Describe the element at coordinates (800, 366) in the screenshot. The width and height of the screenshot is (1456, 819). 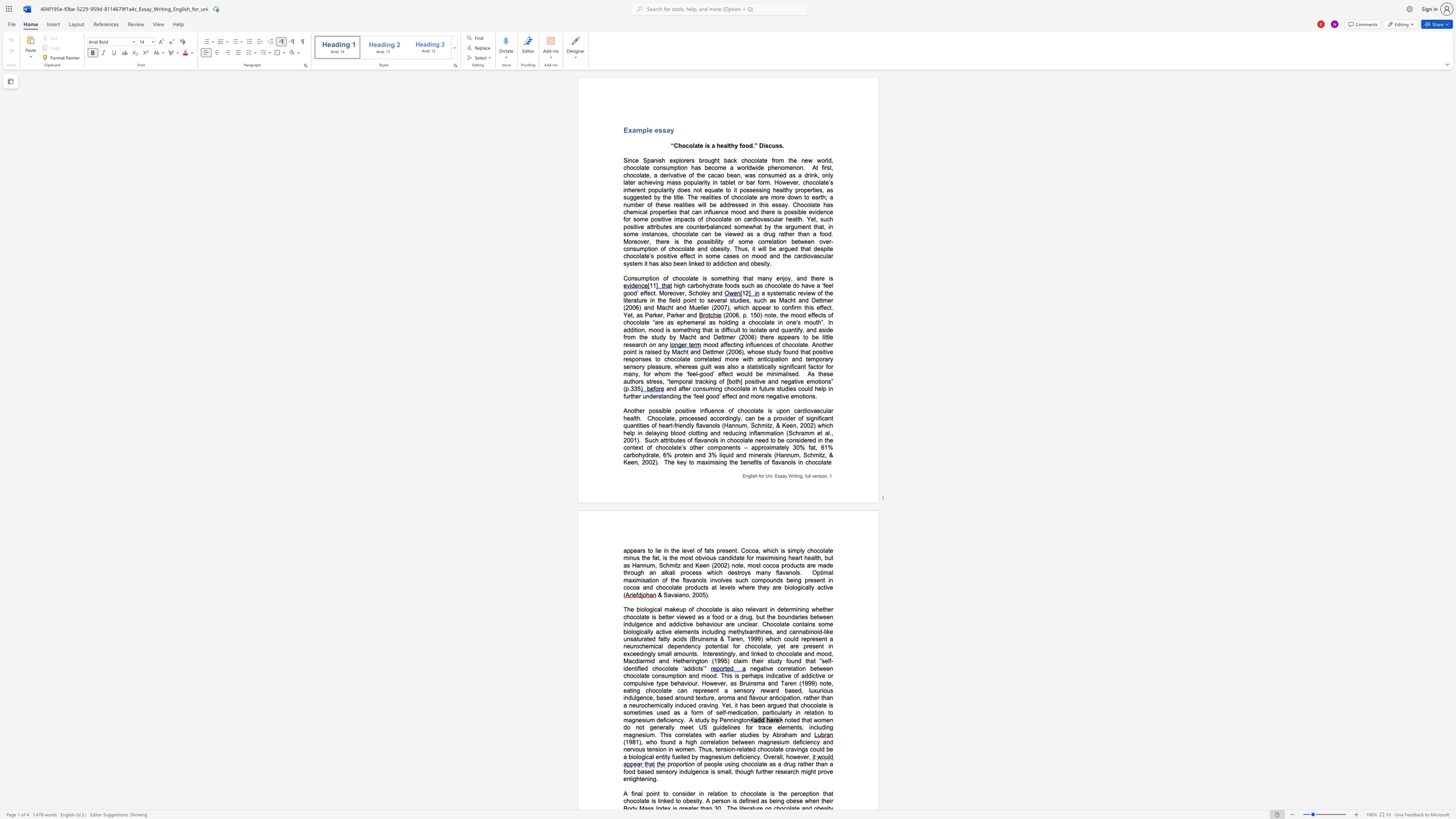
I see `the subset text "nt factor for many, fo" within the text "guilt was also a statistically significant factor for many, for whom the ‘feel-good’ effect would be min"` at that location.